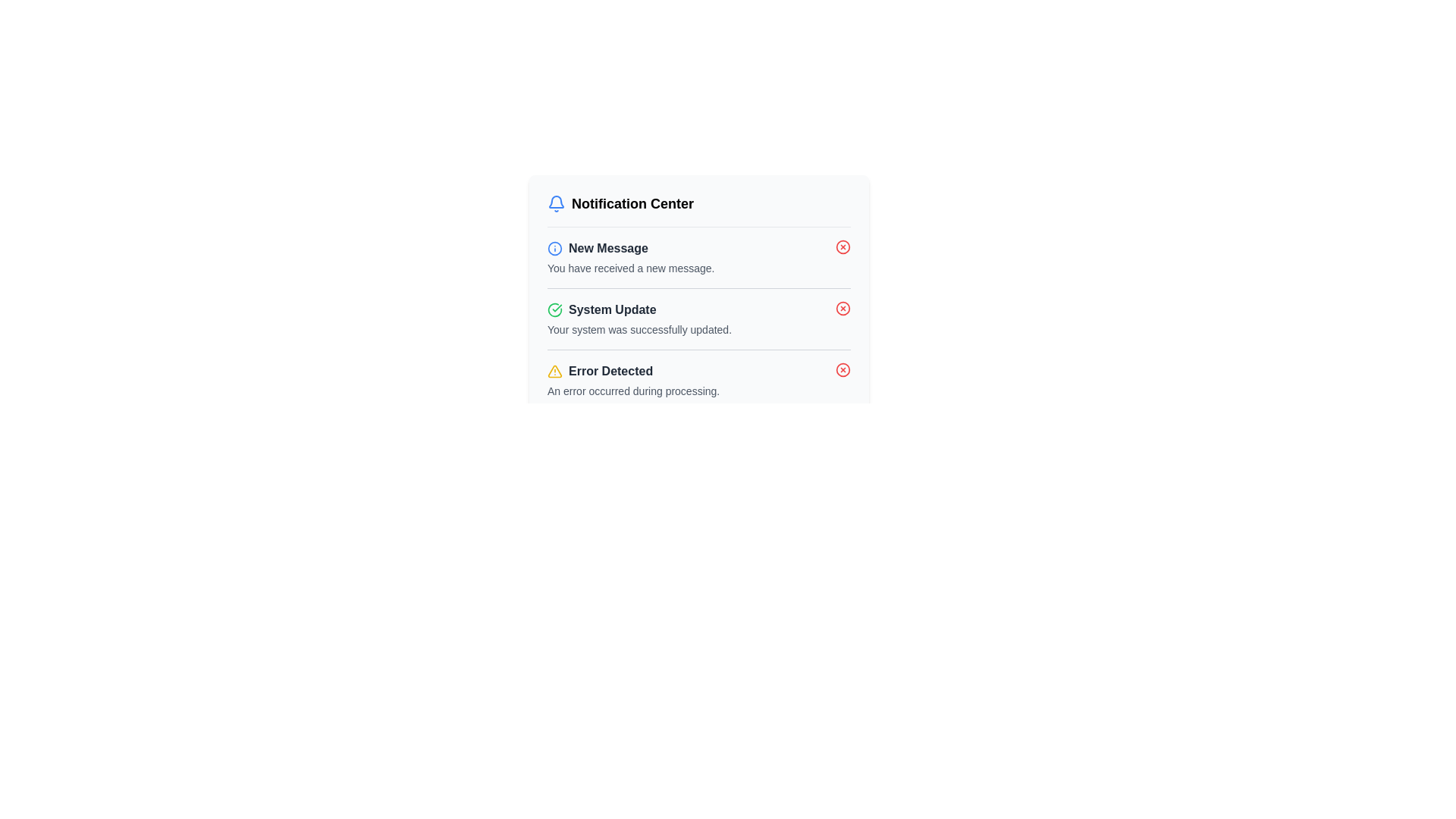  Describe the element at coordinates (633, 371) in the screenshot. I see `error message displayed in the text label 'Error Detected' located on the main notification panel, styled in bold dark gray font and accompanied by a yellow warning icon` at that location.